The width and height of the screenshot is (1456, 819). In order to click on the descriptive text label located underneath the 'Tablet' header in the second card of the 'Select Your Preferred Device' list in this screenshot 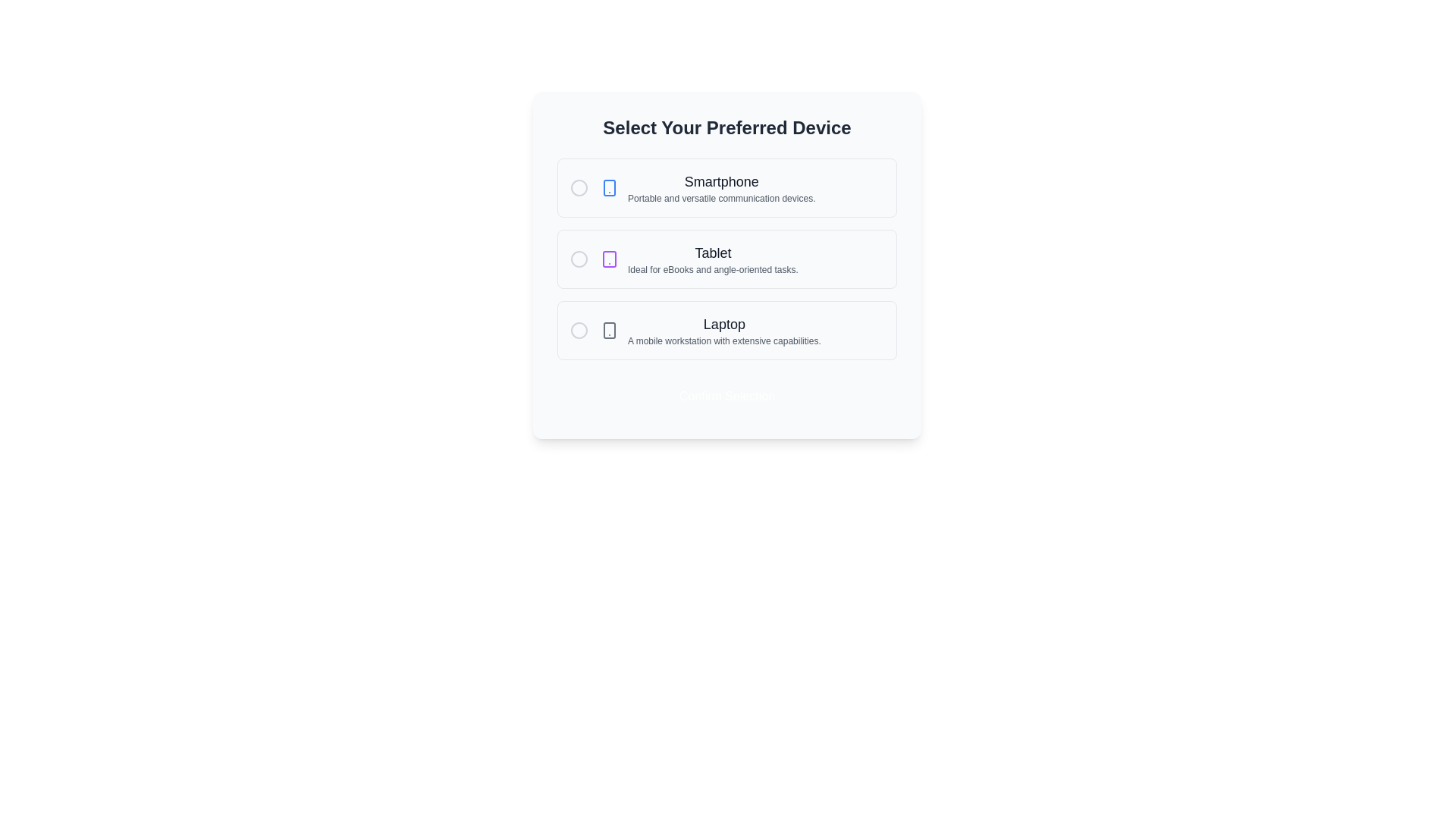, I will do `click(712, 268)`.